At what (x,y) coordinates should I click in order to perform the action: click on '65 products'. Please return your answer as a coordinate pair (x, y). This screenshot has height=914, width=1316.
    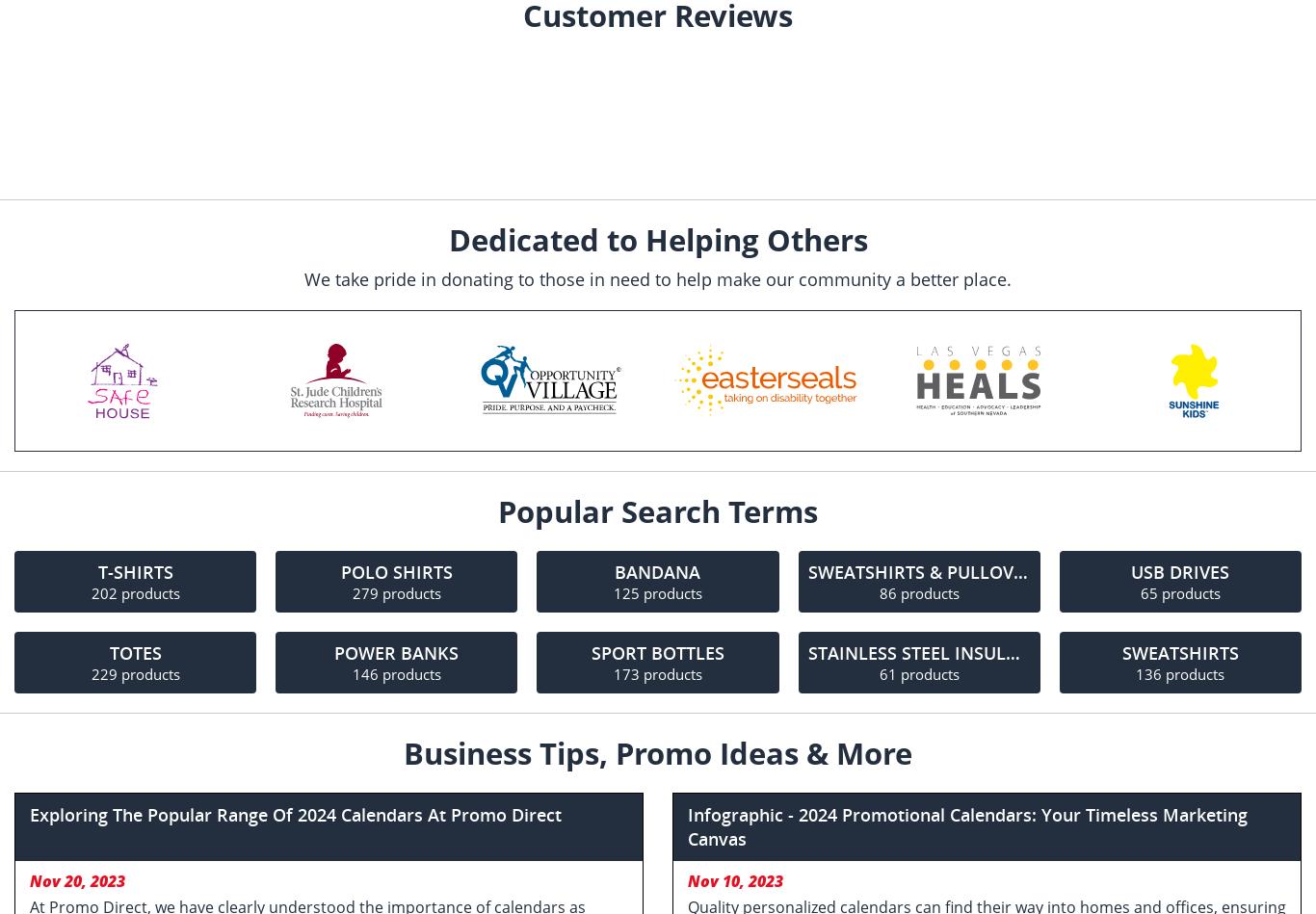
    Looking at the image, I should click on (1179, 591).